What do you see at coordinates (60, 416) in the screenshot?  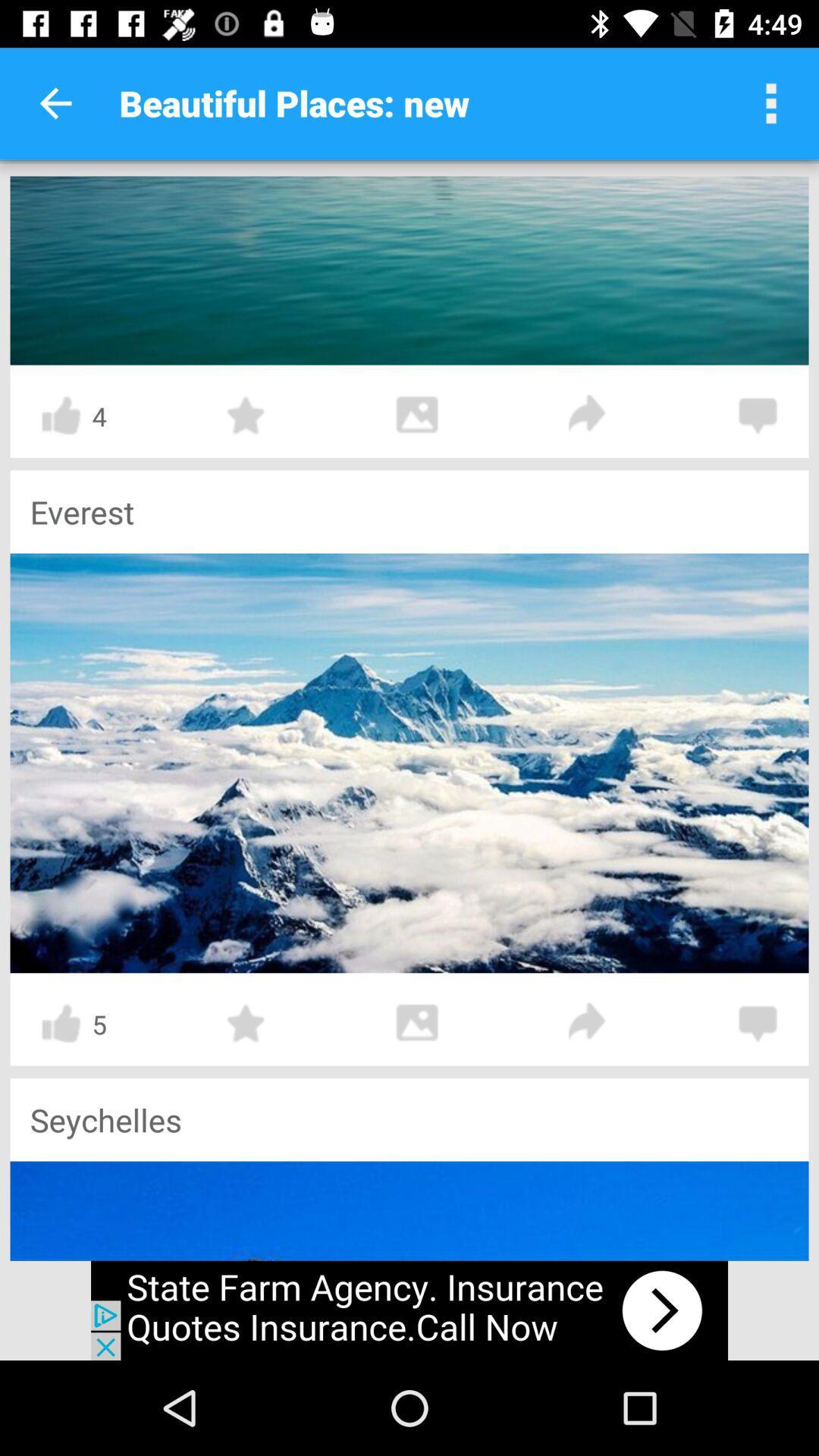 I see `thumbs up` at bounding box center [60, 416].